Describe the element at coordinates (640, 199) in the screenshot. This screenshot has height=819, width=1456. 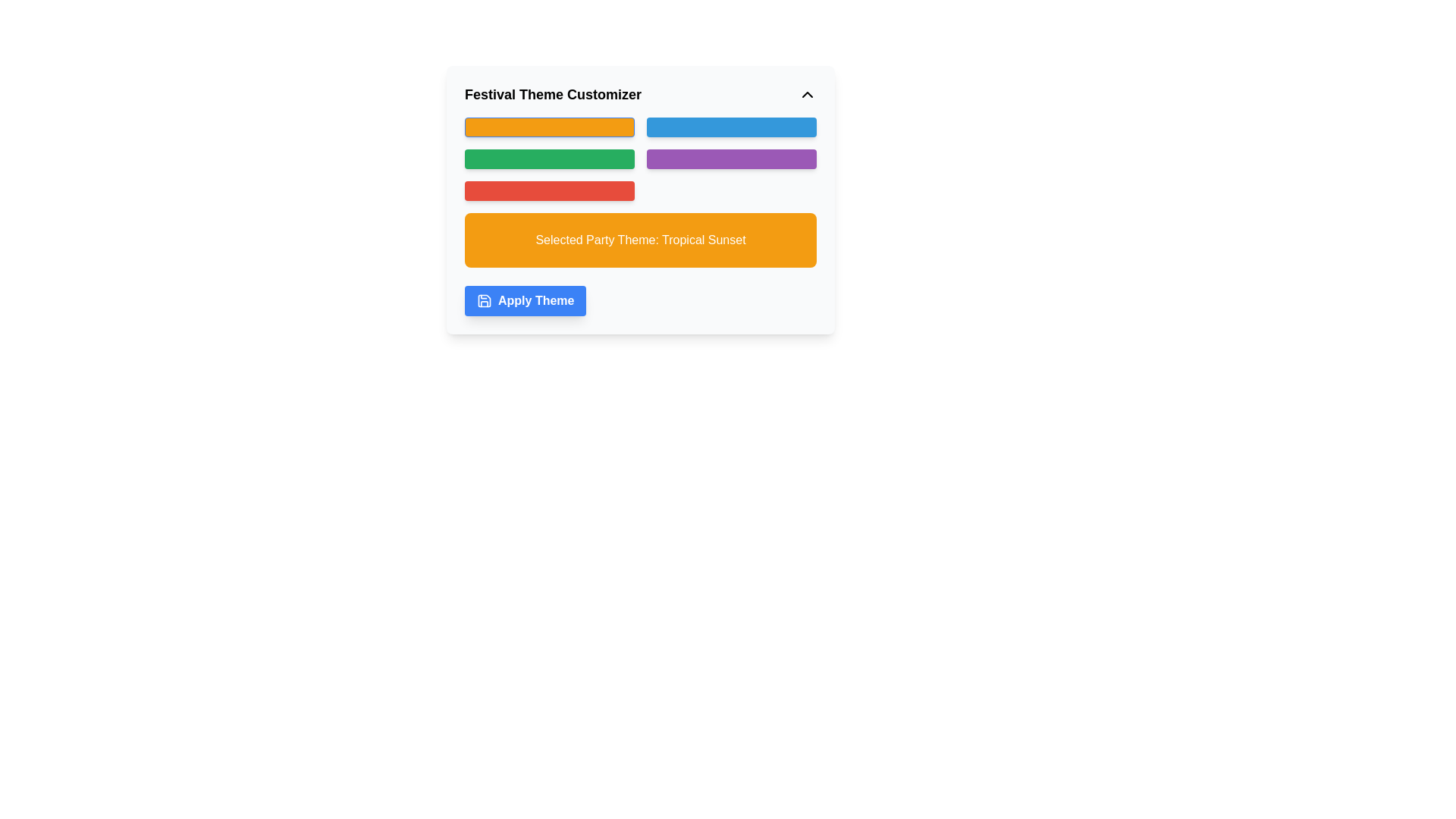
I see `the third button in the grid layout` at that location.